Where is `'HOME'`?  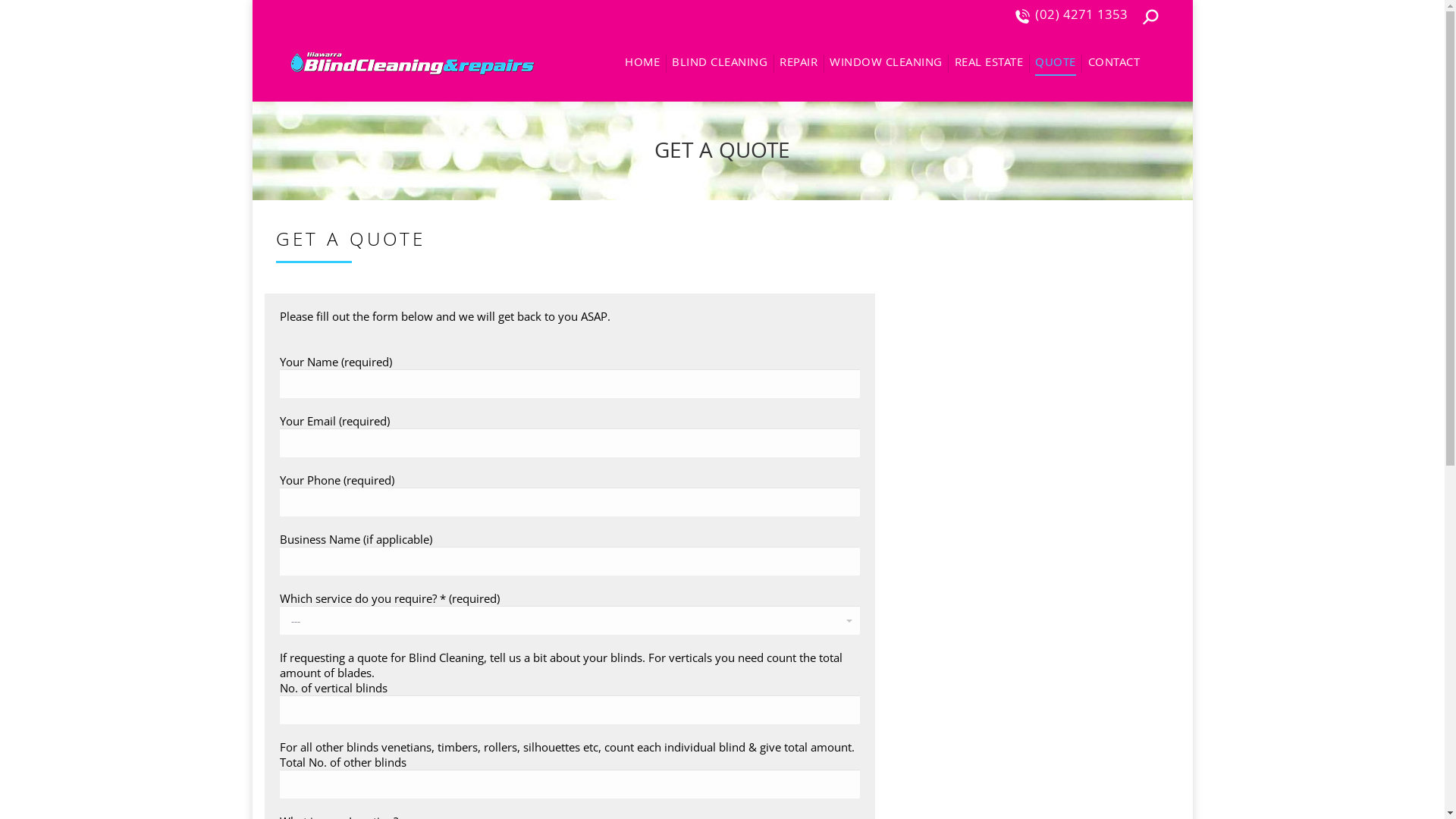
'HOME' is located at coordinates (642, 63).